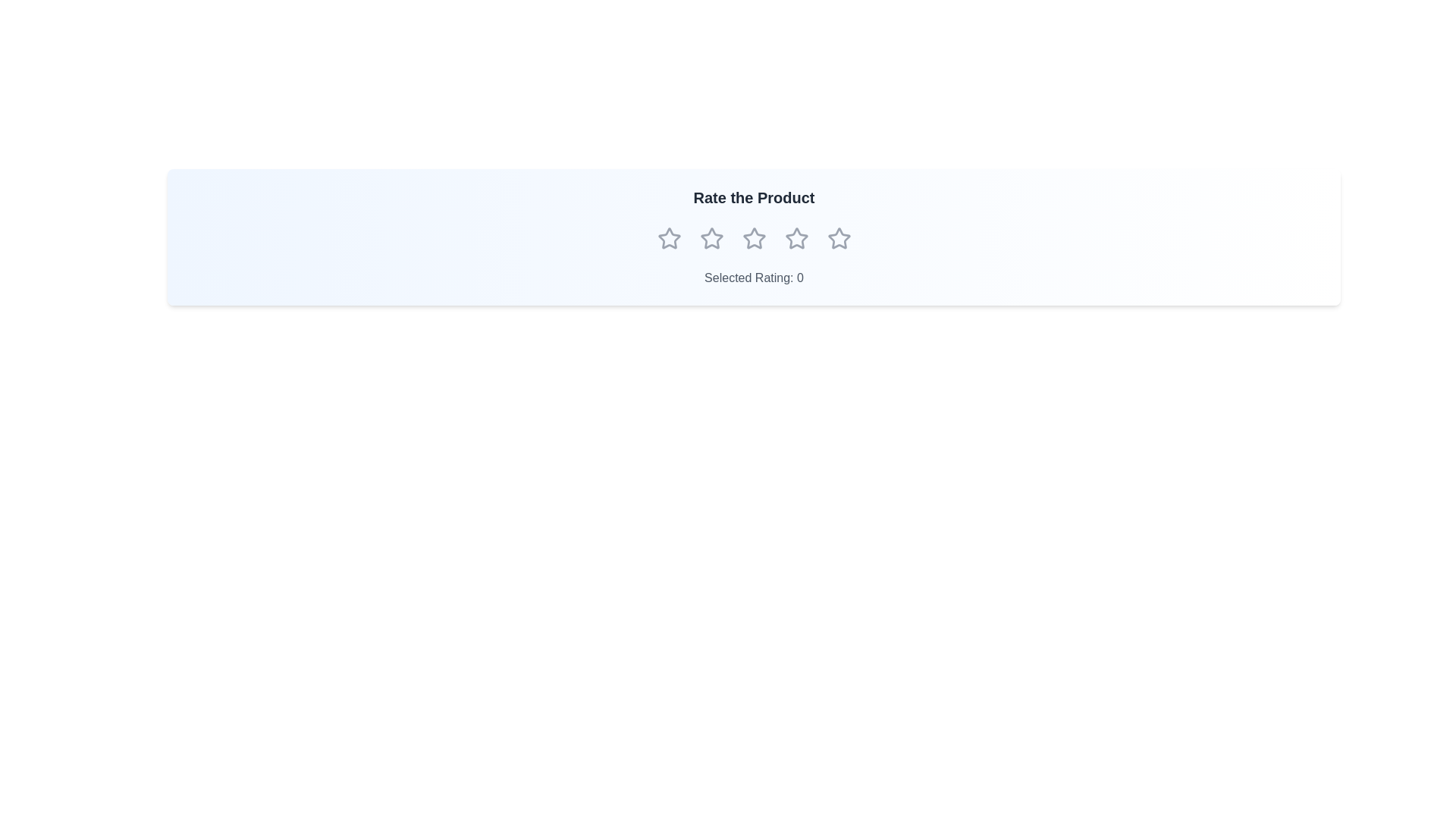 Image resolution: width=1456 pixels, height=819 pixels. I want to click on the second star icon in the 5-star rating system to assign a rating of 2 stars to the product, so click(711, 239).